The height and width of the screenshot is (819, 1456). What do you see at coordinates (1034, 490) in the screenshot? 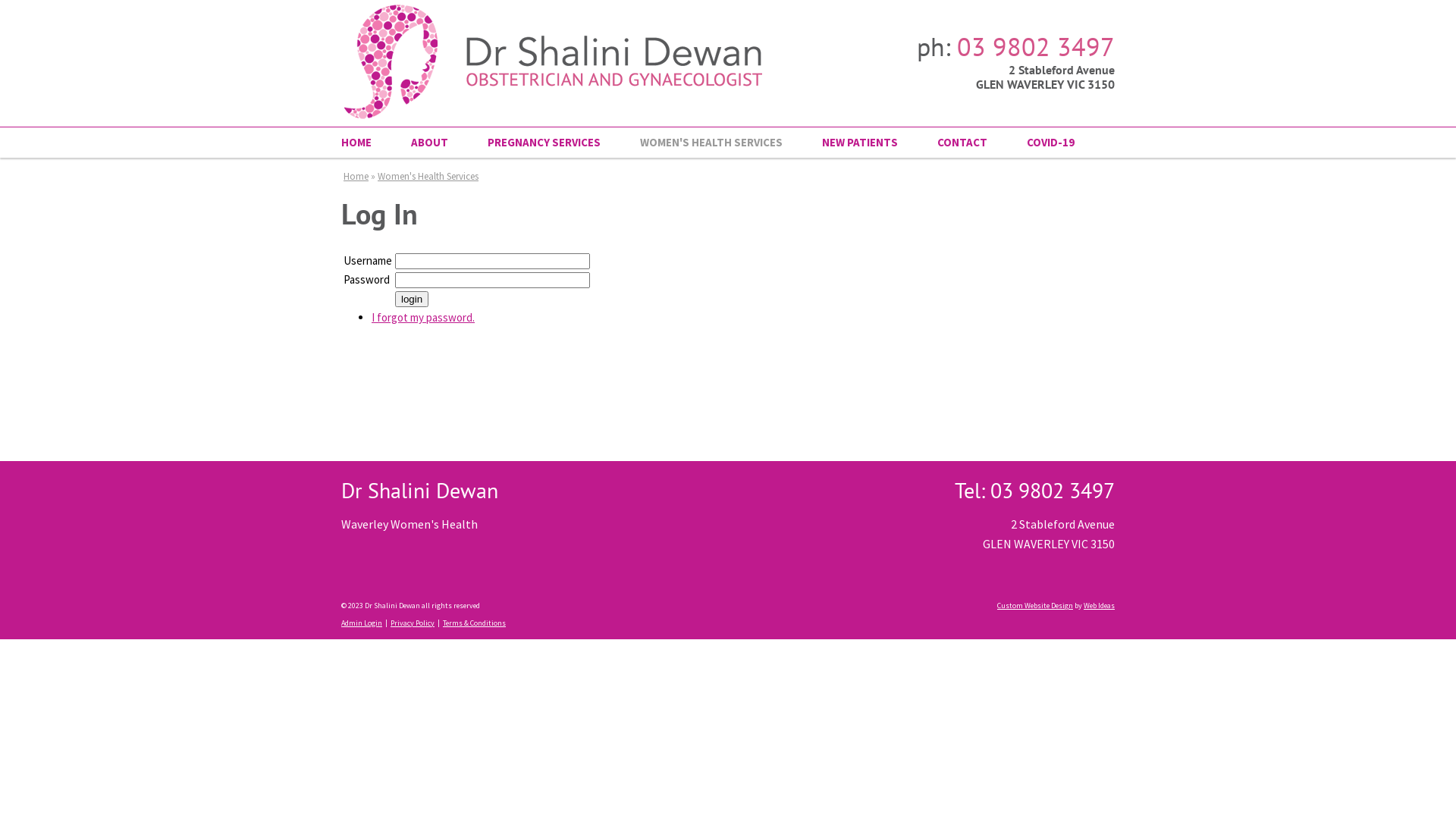
I see `'Tel: 03 9802 3497'` at bounding box center [1034, 490].